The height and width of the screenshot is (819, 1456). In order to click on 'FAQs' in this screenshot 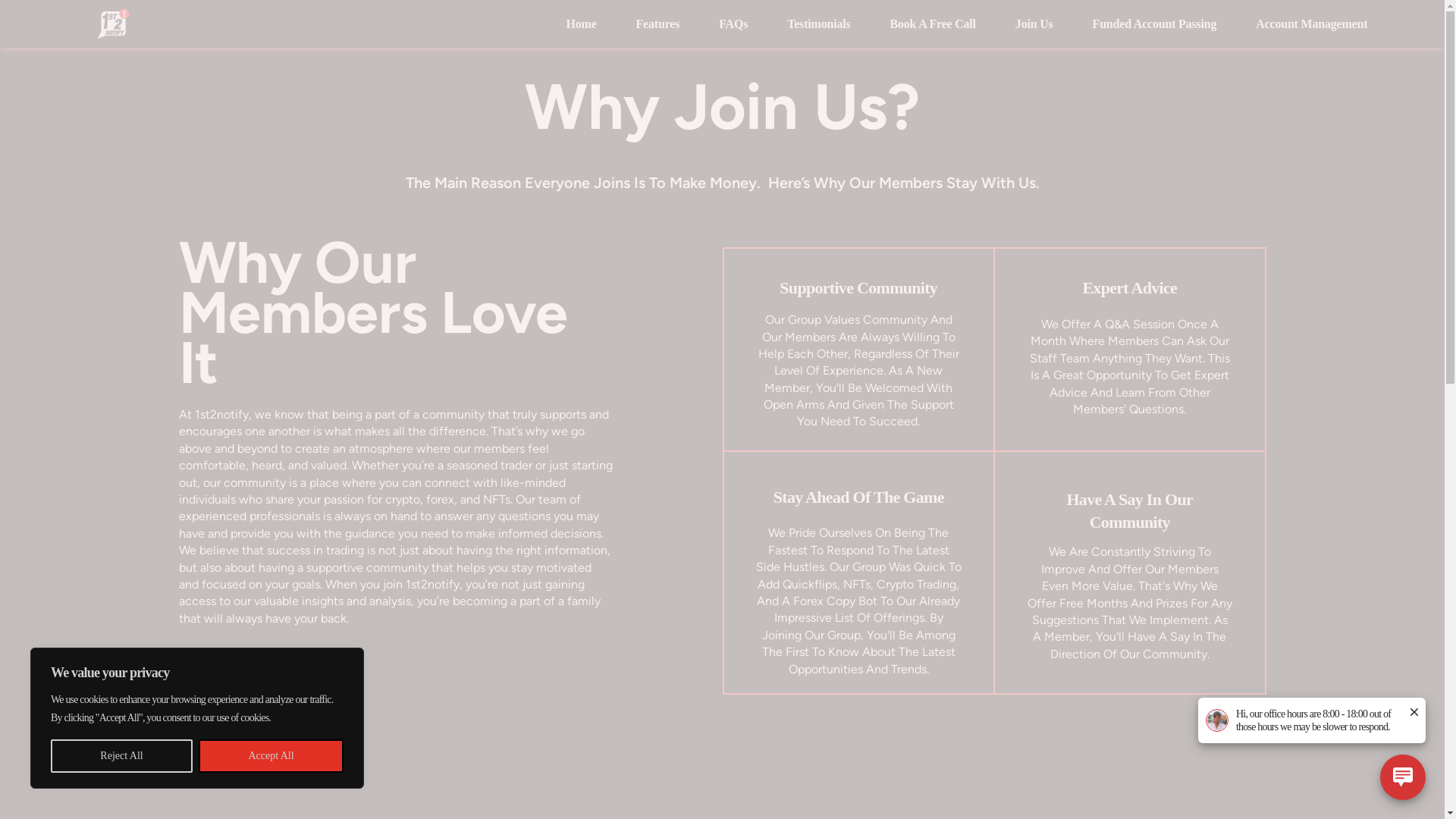, I will do `click(718, 23)`.